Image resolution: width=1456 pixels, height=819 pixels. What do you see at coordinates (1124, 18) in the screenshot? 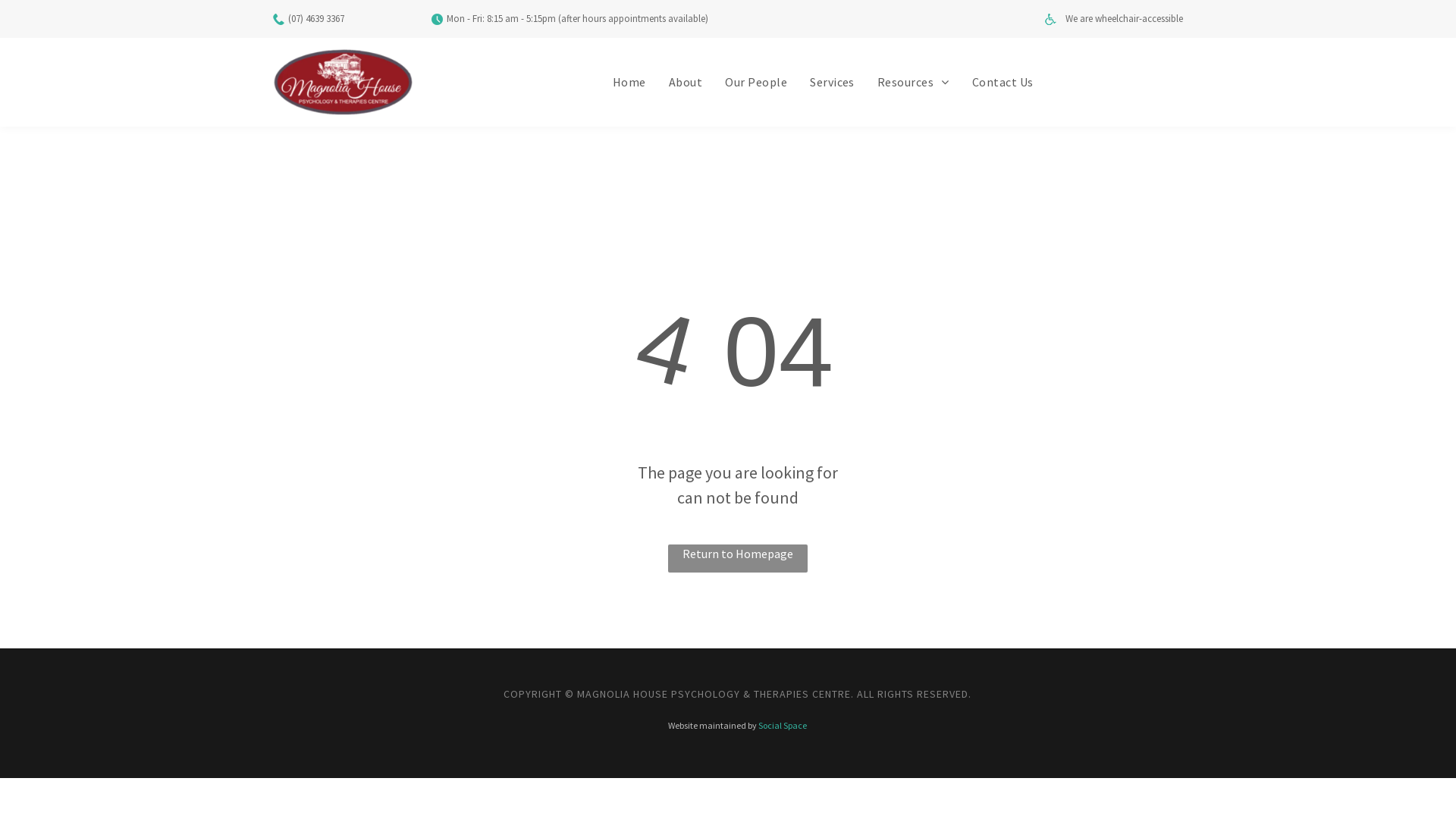
I see `'We are wheelchair-accessible'` at bounding box center [1124, 18].